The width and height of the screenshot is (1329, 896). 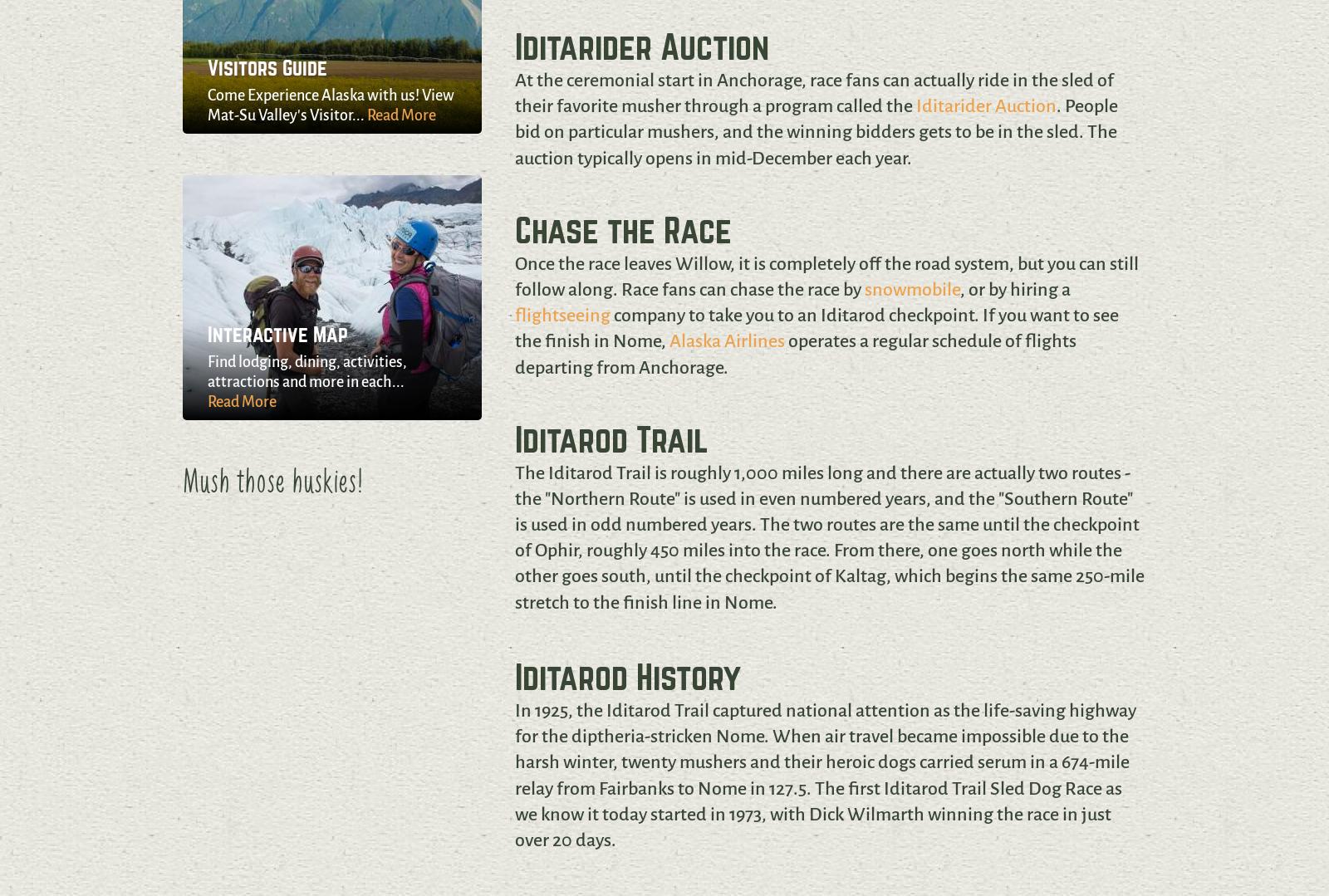 What do you see at coordinates (627, 678) in the screenshot?
I see `'Iditarod History'` at bounding box center [627, 678].